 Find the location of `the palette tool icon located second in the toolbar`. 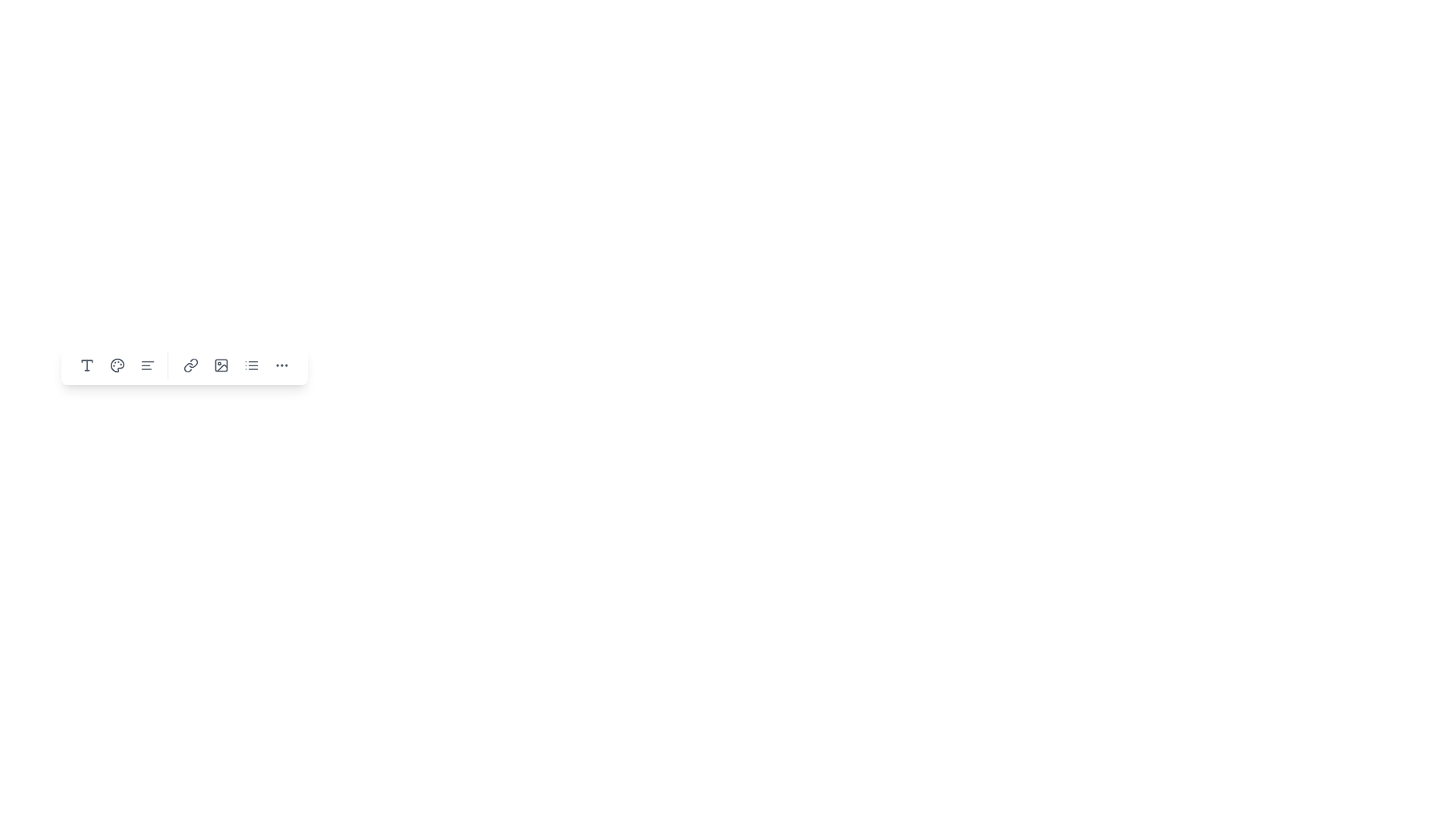

the palette tool icon located second in the toolbar is located at coordinates (116, 366).